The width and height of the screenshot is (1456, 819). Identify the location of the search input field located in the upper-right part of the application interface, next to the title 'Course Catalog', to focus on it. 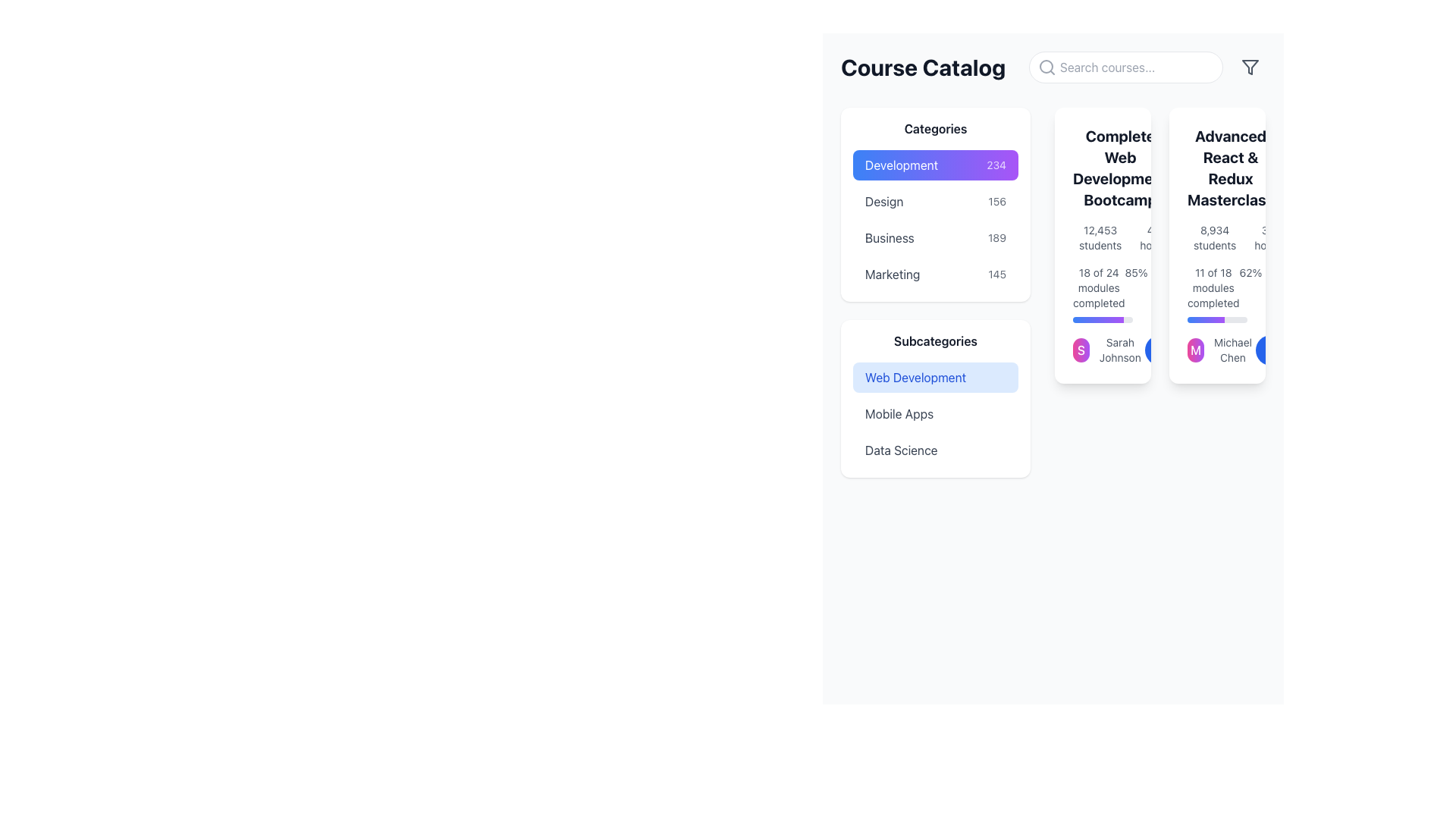
(1052, 66).